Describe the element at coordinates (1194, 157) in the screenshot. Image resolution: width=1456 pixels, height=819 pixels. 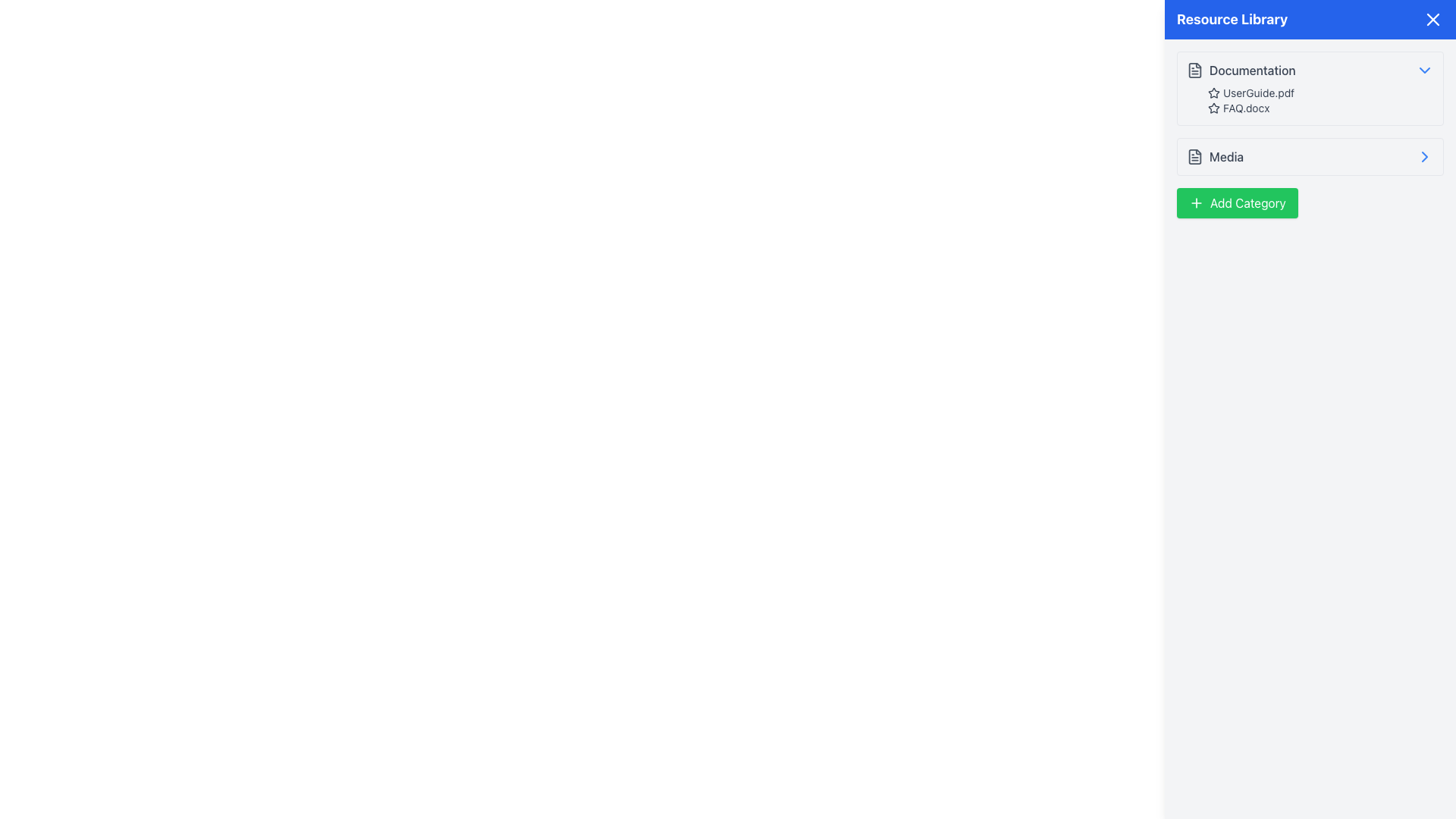
I see `the document icon located in the 'Resource Library' section, which is styled in a minimalist outline with a gray color, positioned to the left of the text 'Media'` at that location.